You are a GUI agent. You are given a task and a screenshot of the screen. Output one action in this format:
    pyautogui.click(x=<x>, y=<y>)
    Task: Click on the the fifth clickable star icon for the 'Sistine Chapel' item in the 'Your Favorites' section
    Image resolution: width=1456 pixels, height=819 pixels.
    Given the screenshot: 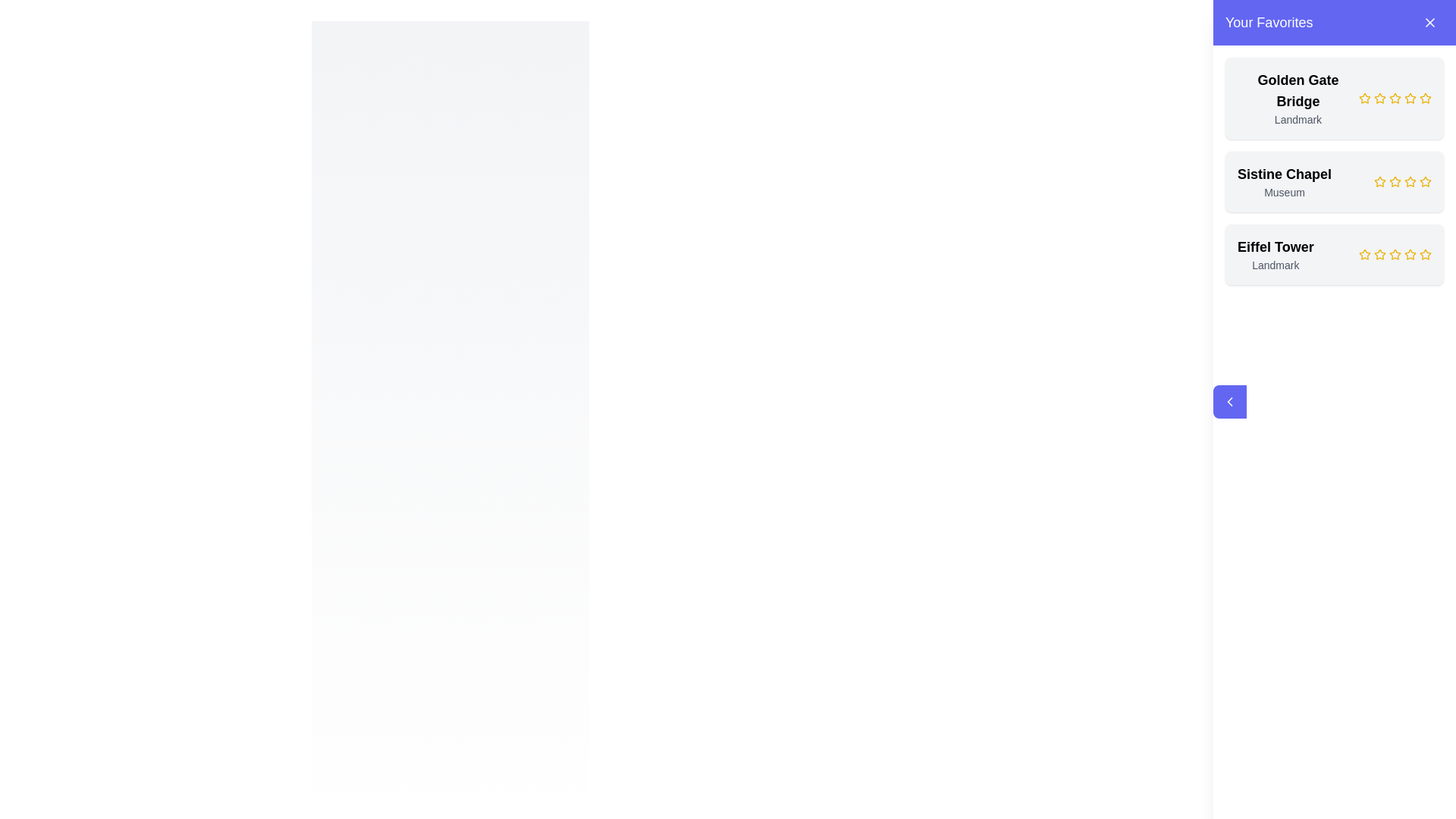 What is the action you would take?
    pyautogui.click(x=1425, y=180)
    